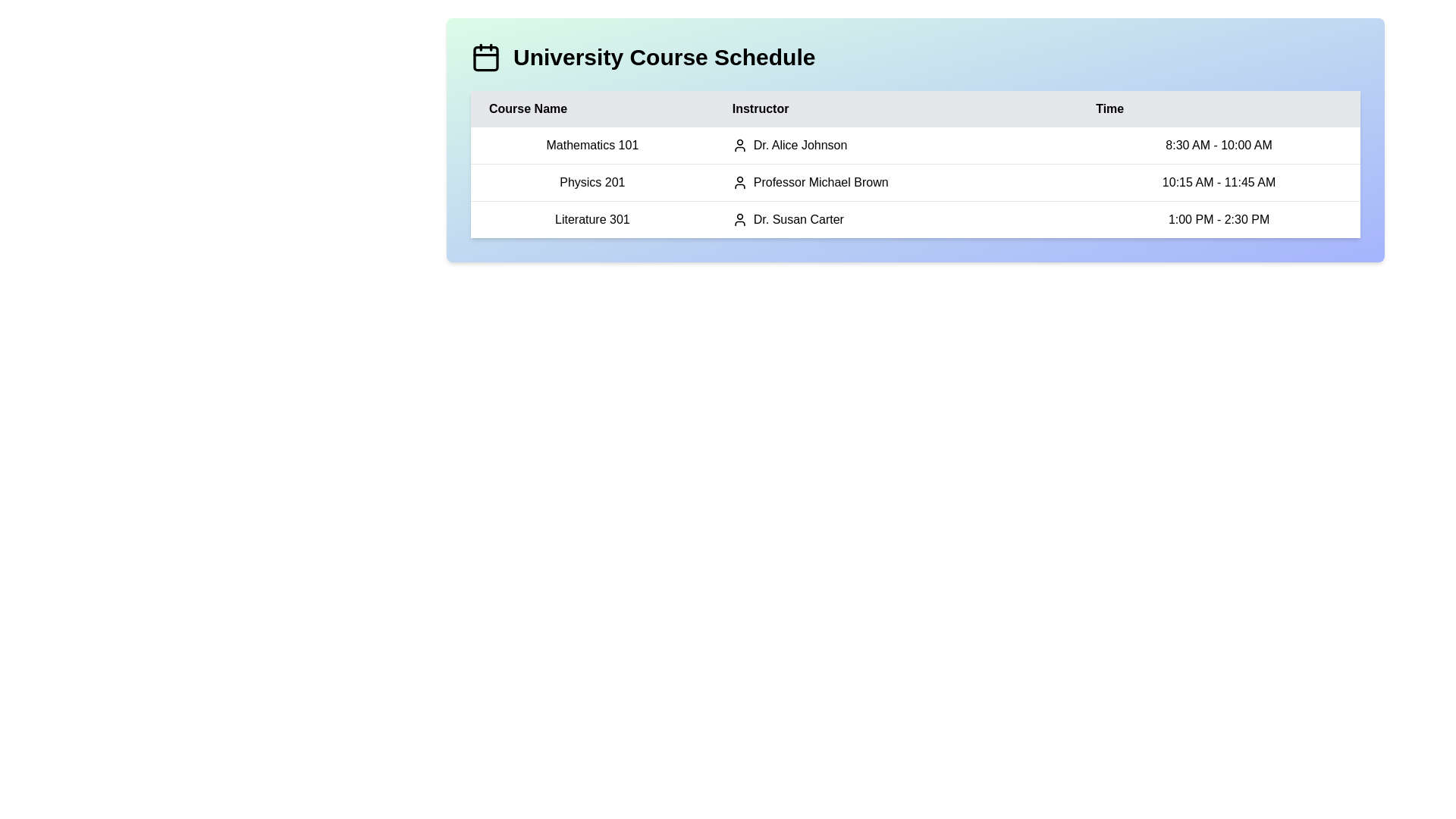 The height and width of the screenshot is (819, 1456). Describe the element at coordinates (739, 146) in the screenshot. I see `the user icon styled as an outline of a person's head and shoulders located in the 'Instructor' column next to the text 'Dr. Alice Johnson'` at that location.